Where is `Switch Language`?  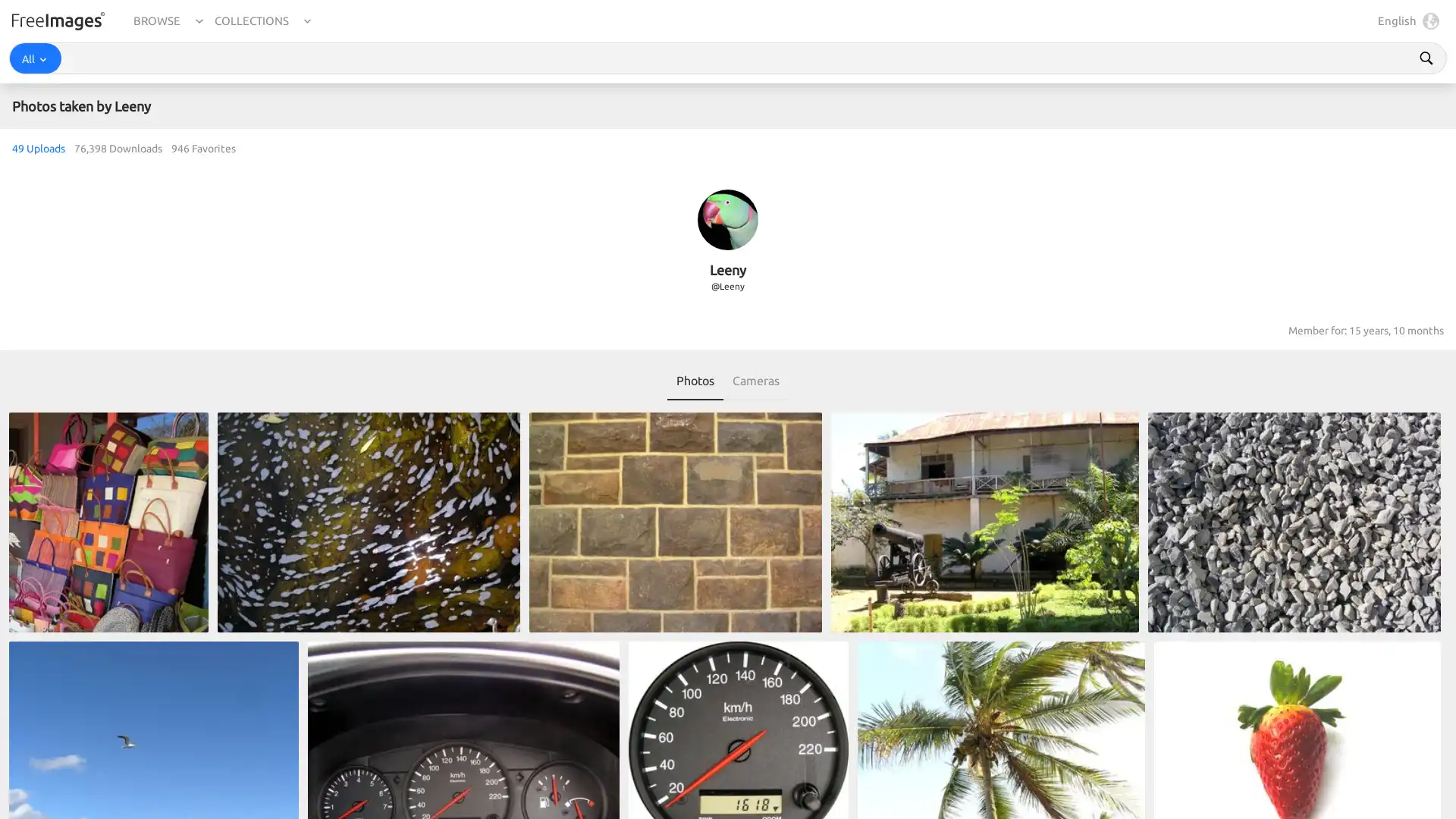
Switch Language is located at coordinates (1426, 20).